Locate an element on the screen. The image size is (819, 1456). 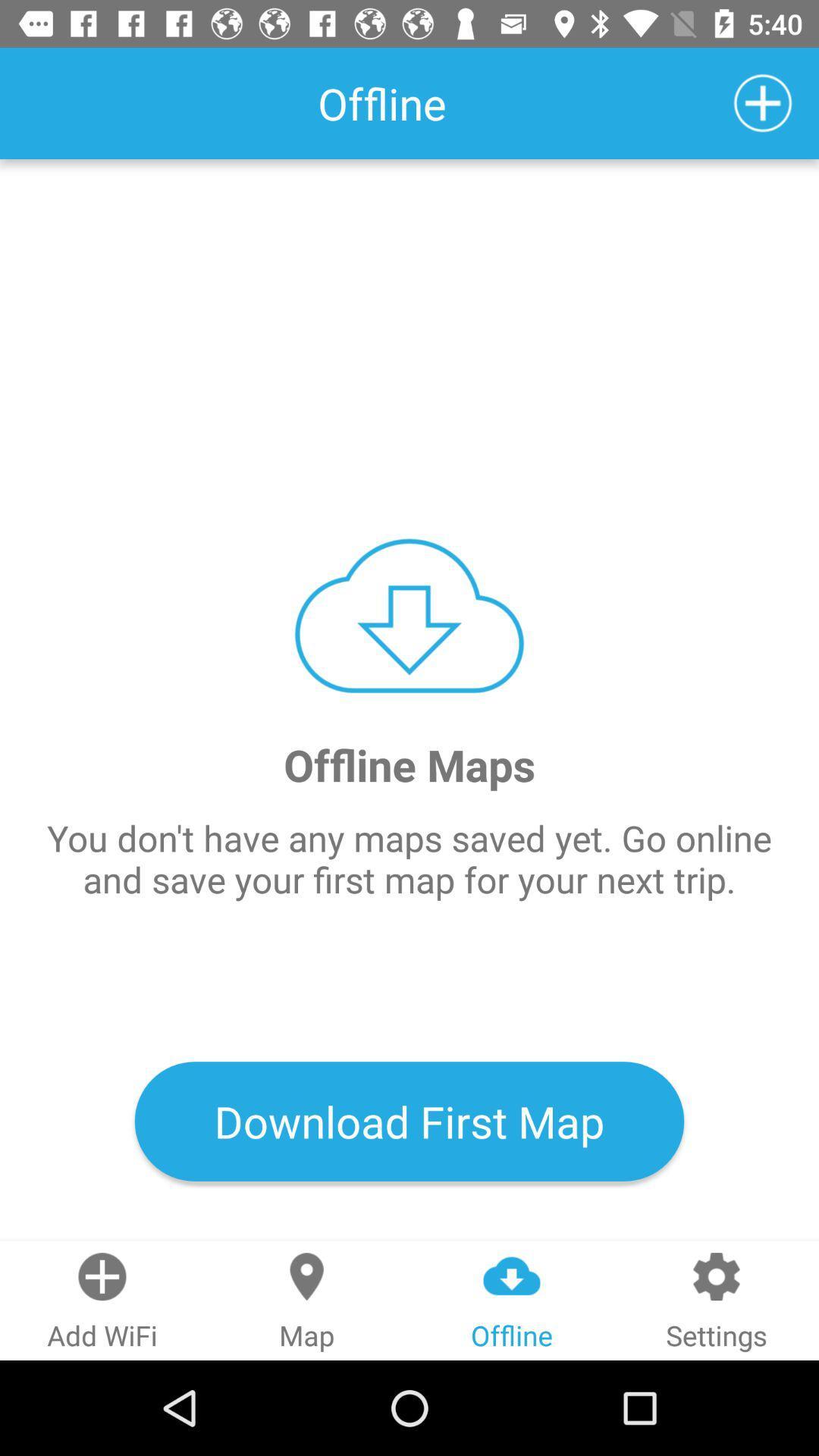
download first map is located at coordinates (409, 1121).